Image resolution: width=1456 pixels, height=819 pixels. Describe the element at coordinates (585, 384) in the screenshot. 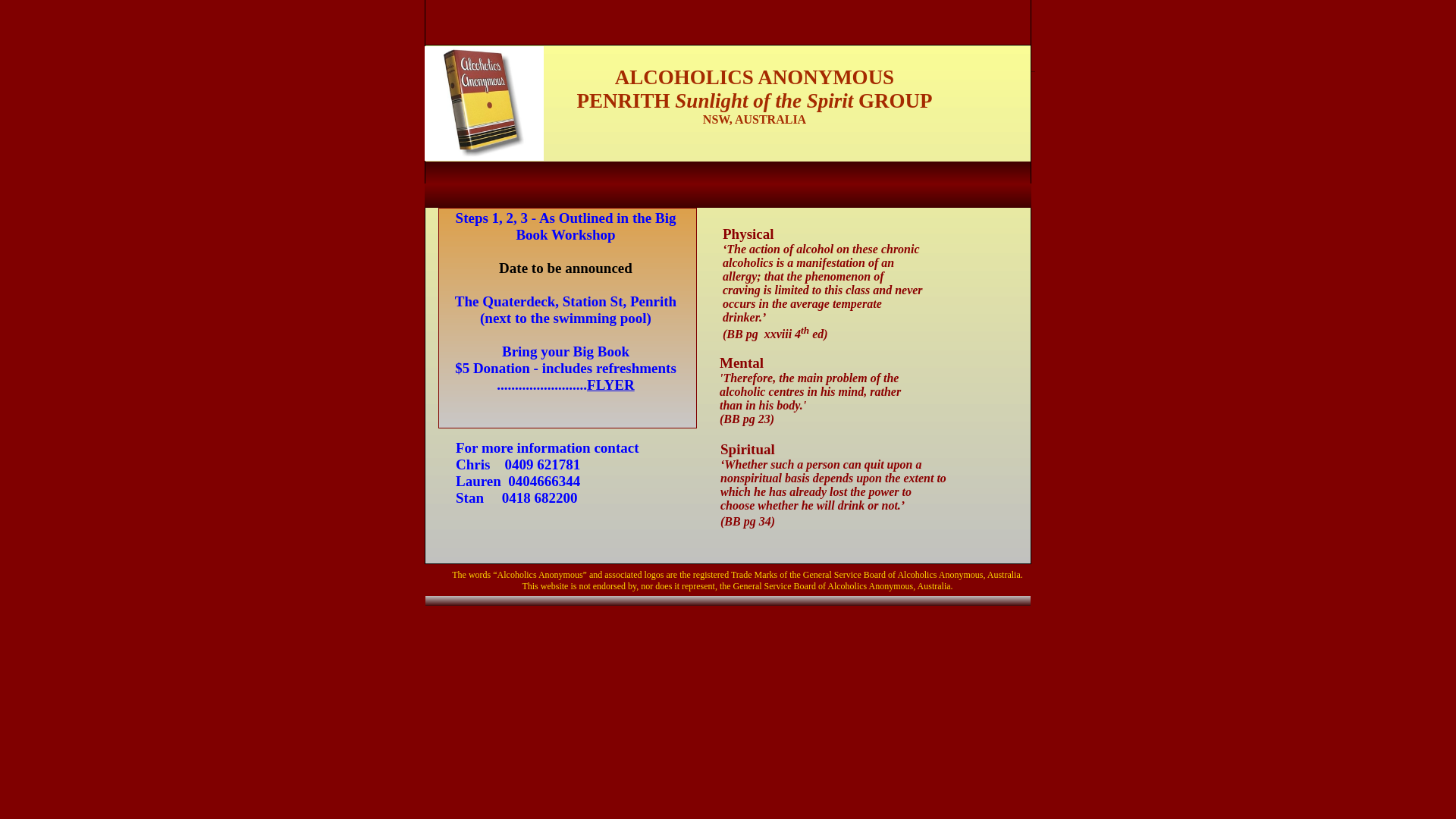

I see `'FLYER'` at that location.